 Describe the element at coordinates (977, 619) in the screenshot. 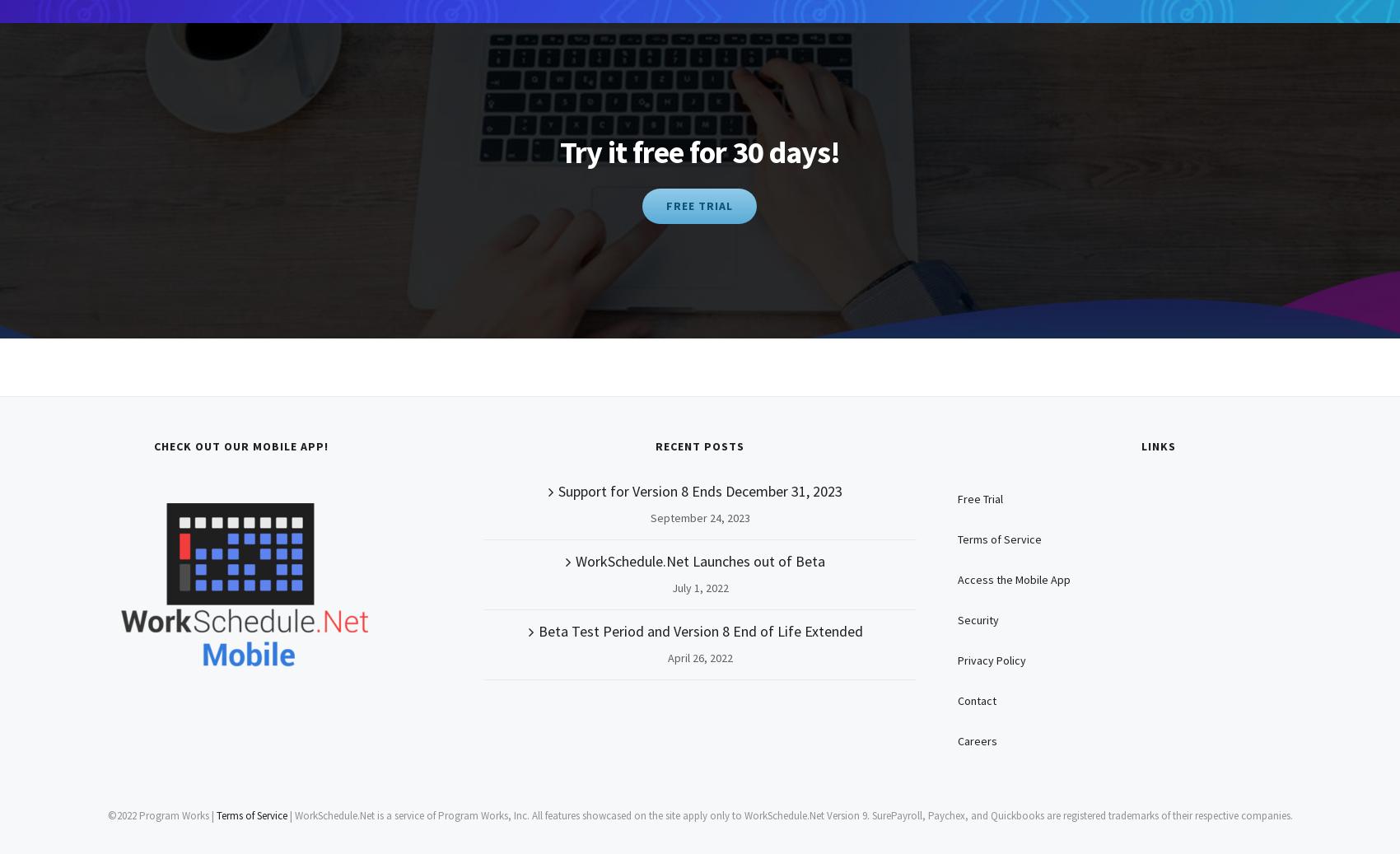

I see `'Security'` at that location.